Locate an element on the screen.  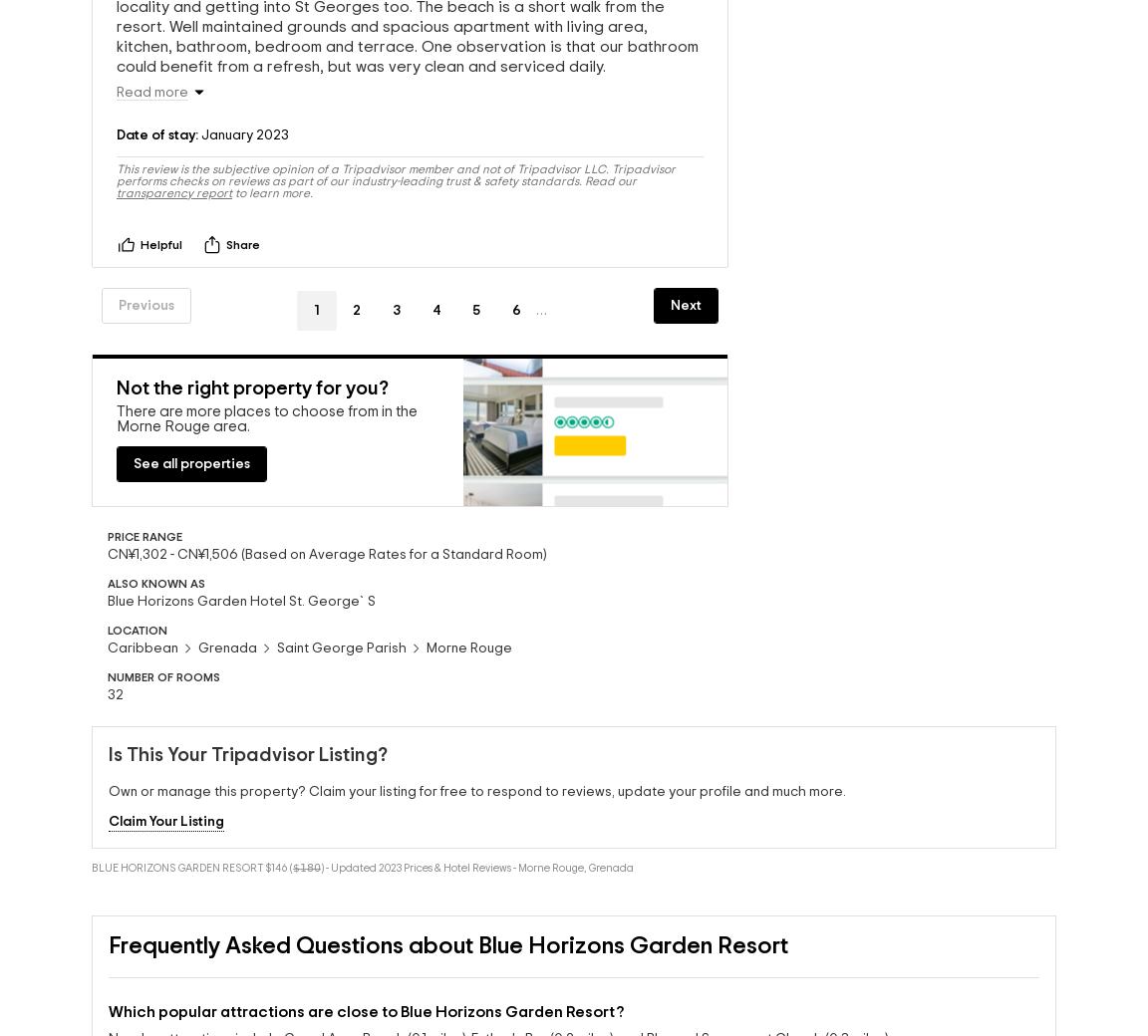
'Date of stay:' is located at coordinates (157, 140).